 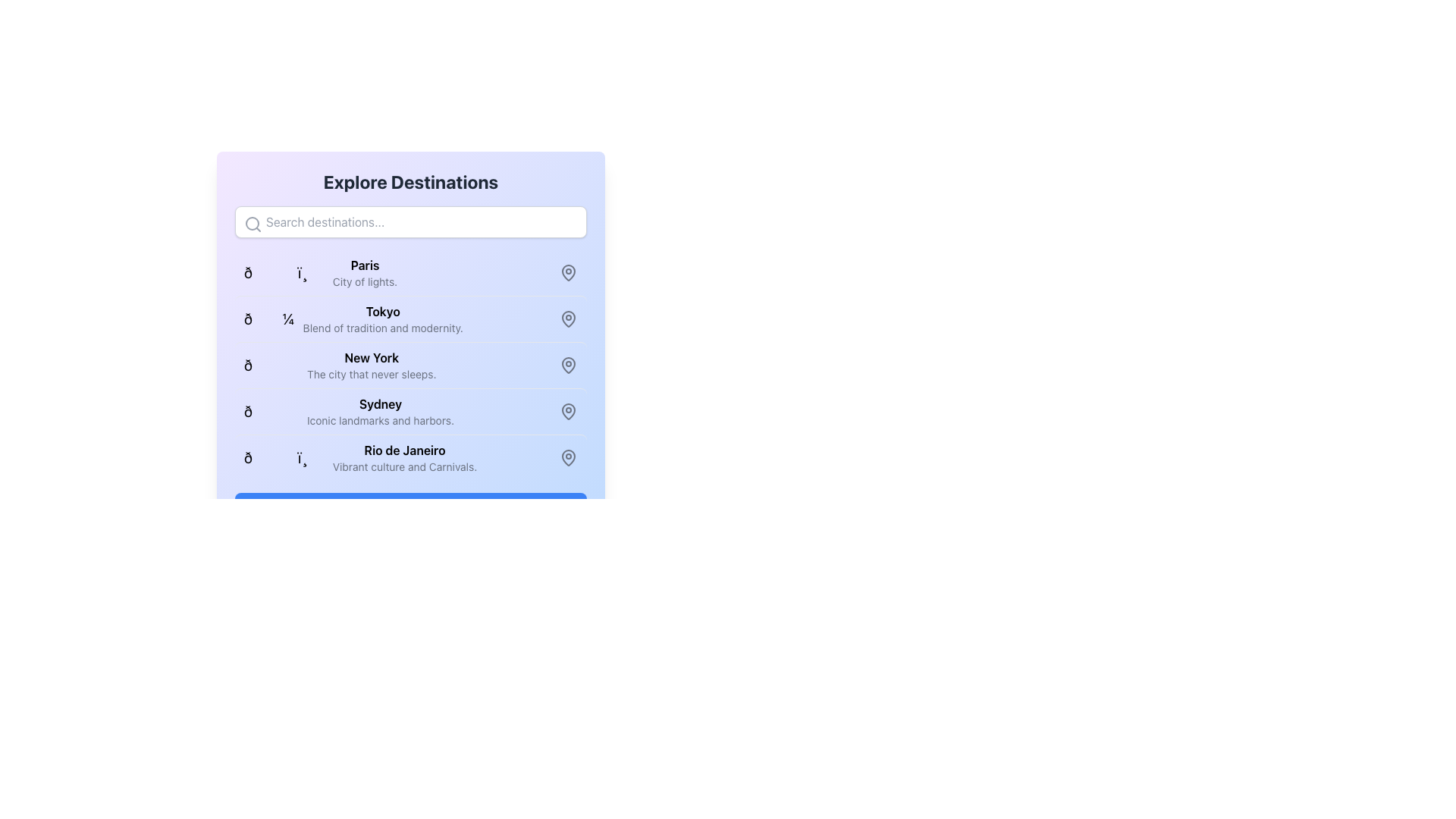 What do you see at coordinates (405, 466) in the screenshot?
I see `the static text label providing additional context about 'Rio de Janeiro', which is positioned below the heading of the same name` at bounding box center [405, 466].